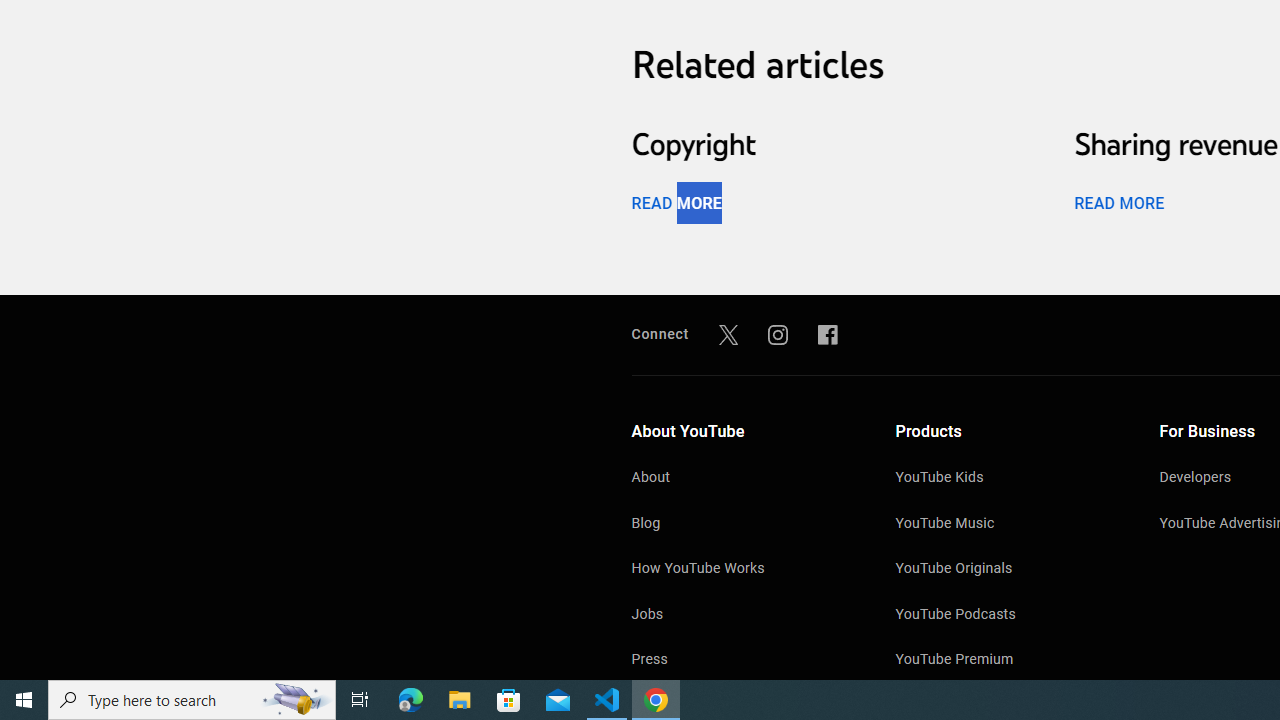 The width and height of the screenshot is (1280, 720). What do you see at coordinates (742, 523) in the screenshot?
I see `'Blog'` at bounding box center [742, 523].